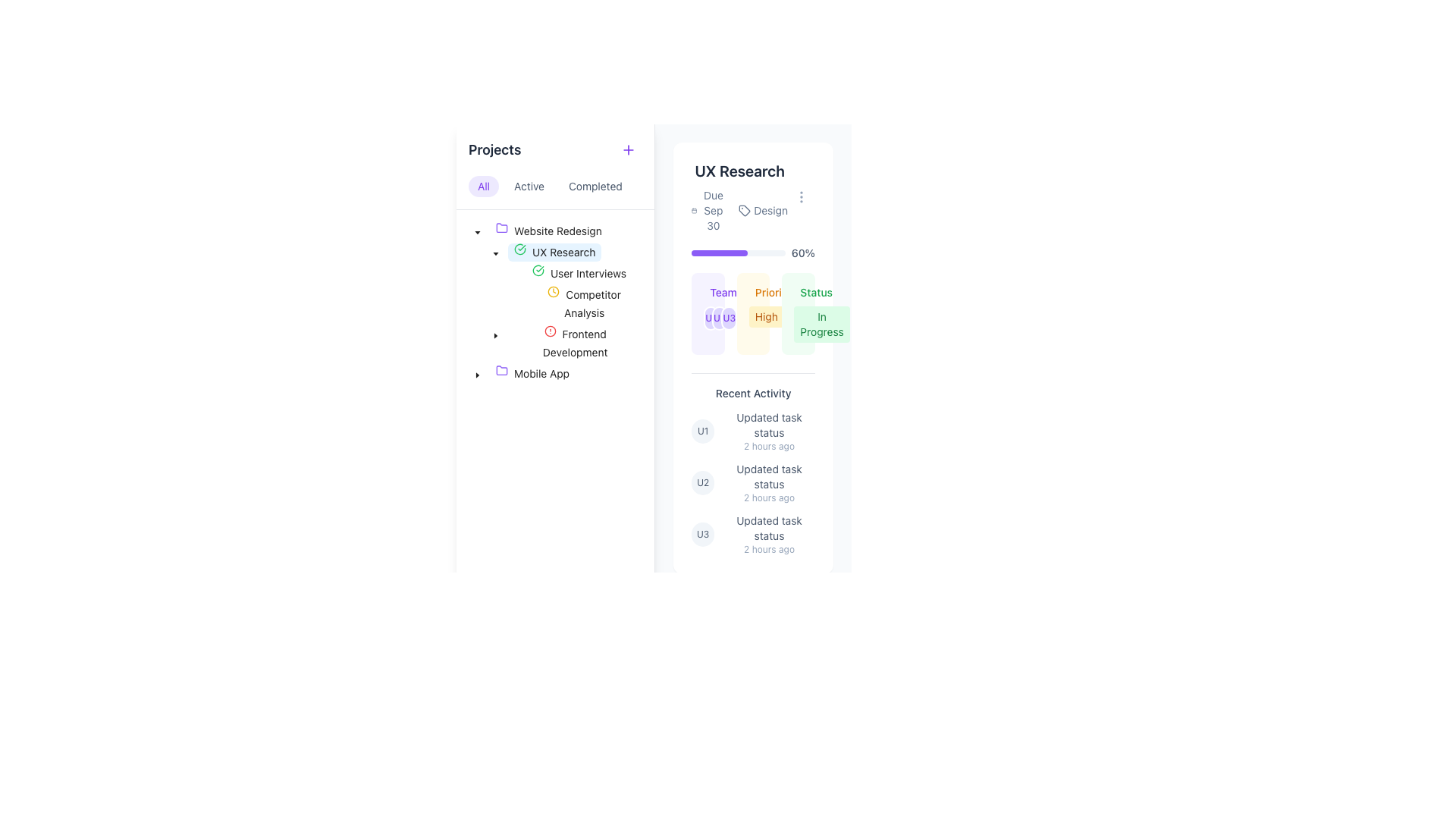 This screenshot has height=819, width=1456. I want to click on the circular icon with a light slate-gray background and 'U1' text, so click(702, 431).